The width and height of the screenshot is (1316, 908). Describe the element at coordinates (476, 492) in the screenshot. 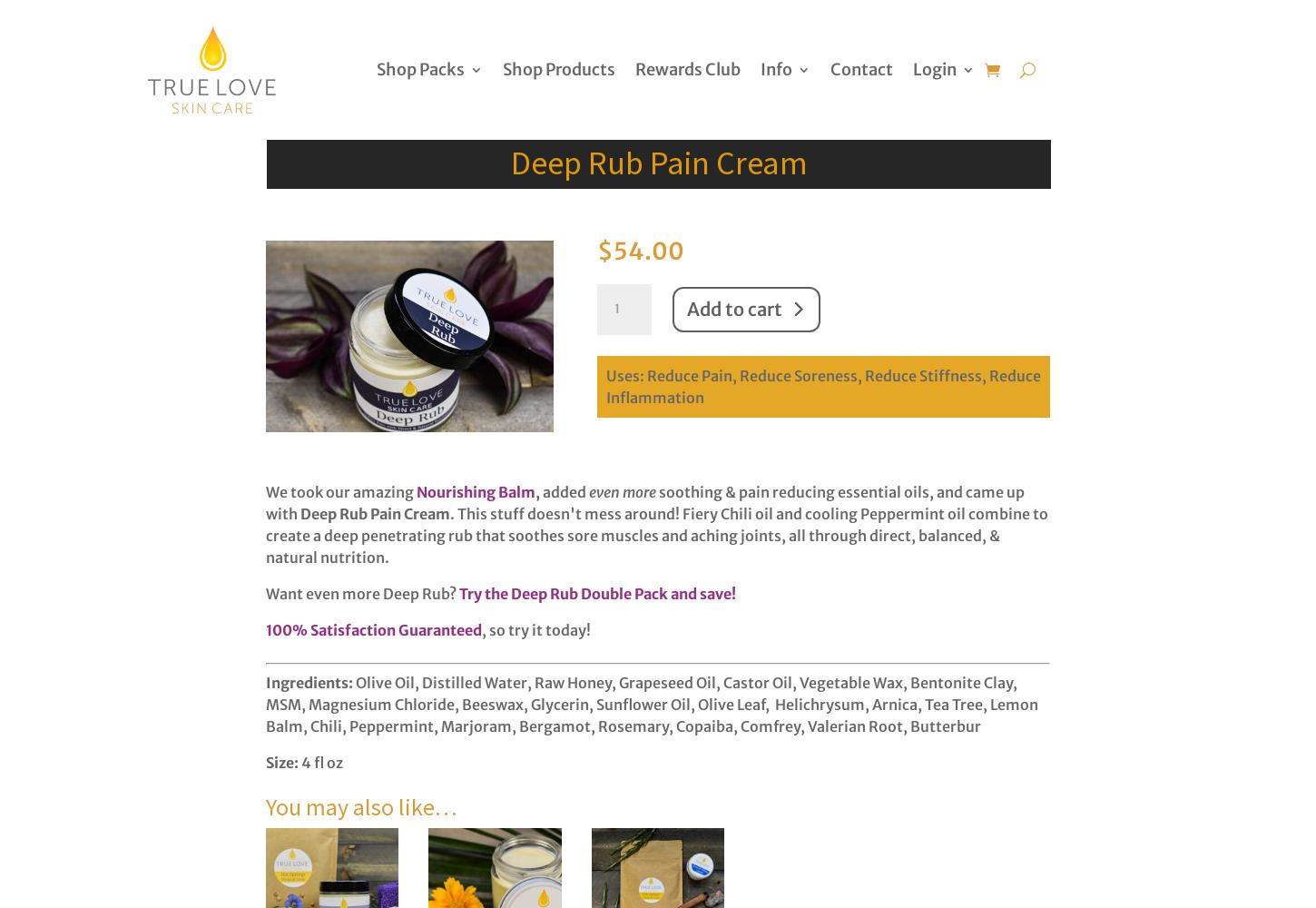

I see `'Nourishing Balm'` at that location.